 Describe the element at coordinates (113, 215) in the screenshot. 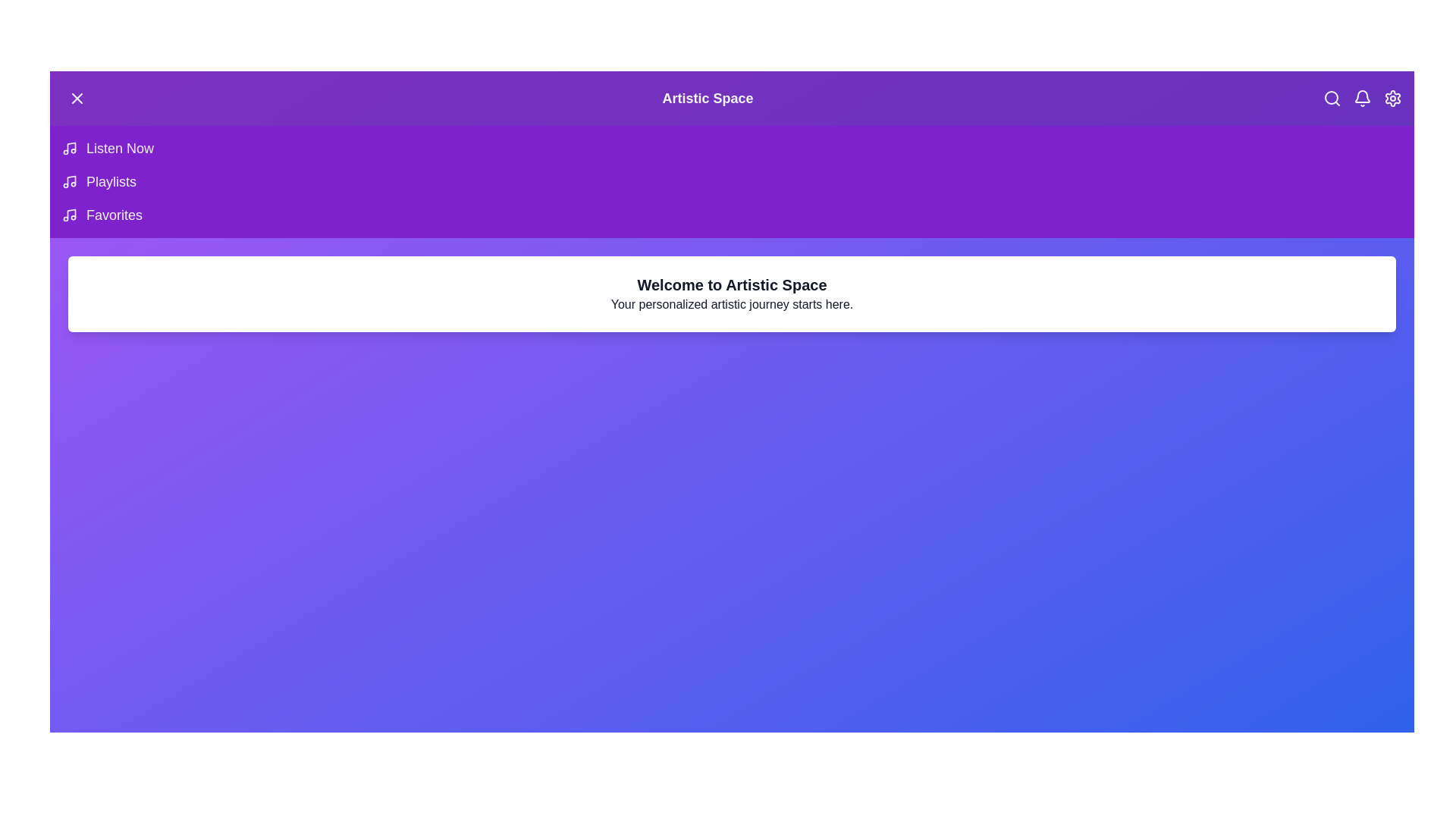

I see `the 'Favorites' link` at that location.